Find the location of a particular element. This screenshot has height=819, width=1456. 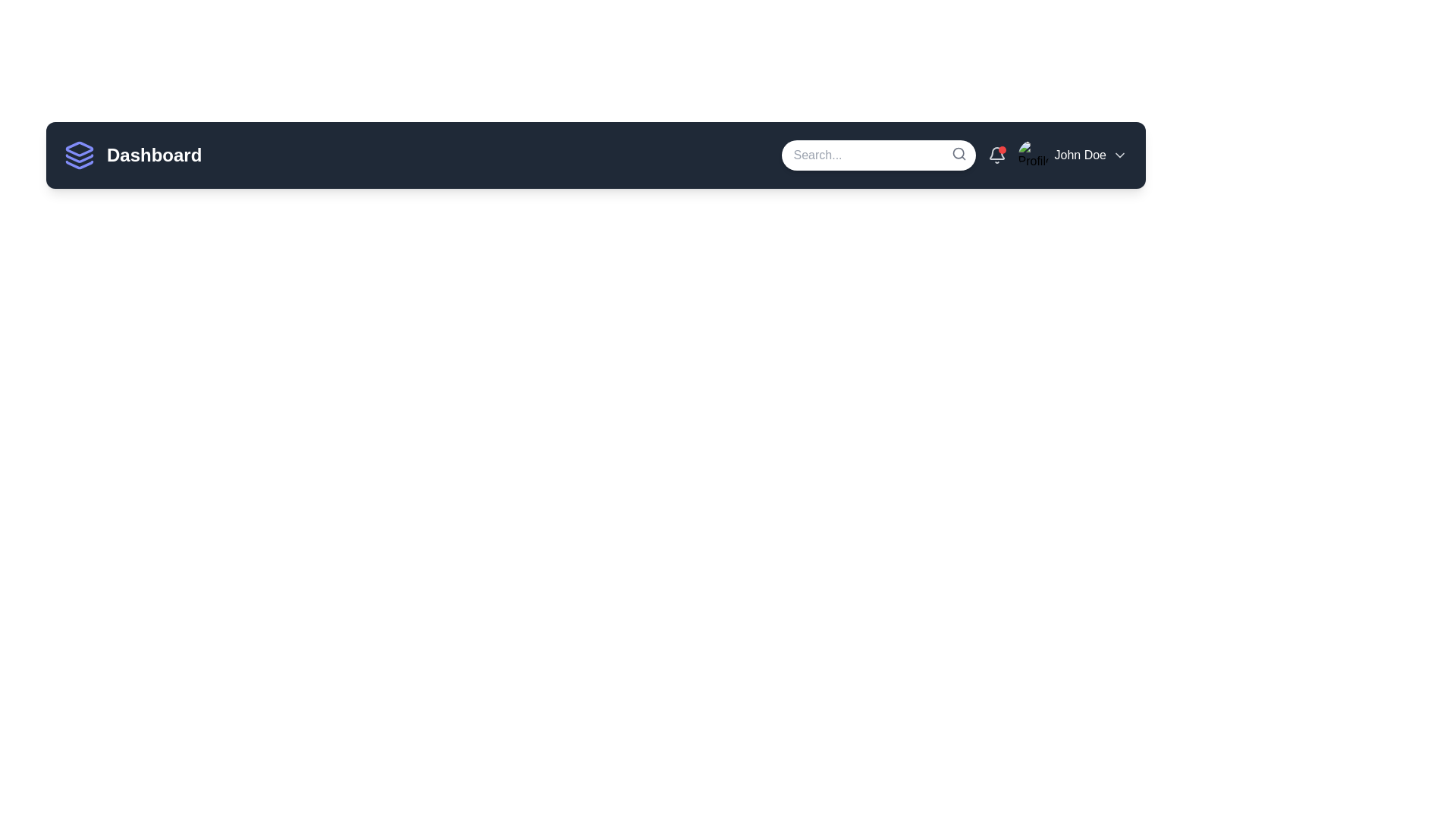

the circular graphic representation of the magnifier lens located near the search input box on the navigation bar is located at coordinates (957, 153).